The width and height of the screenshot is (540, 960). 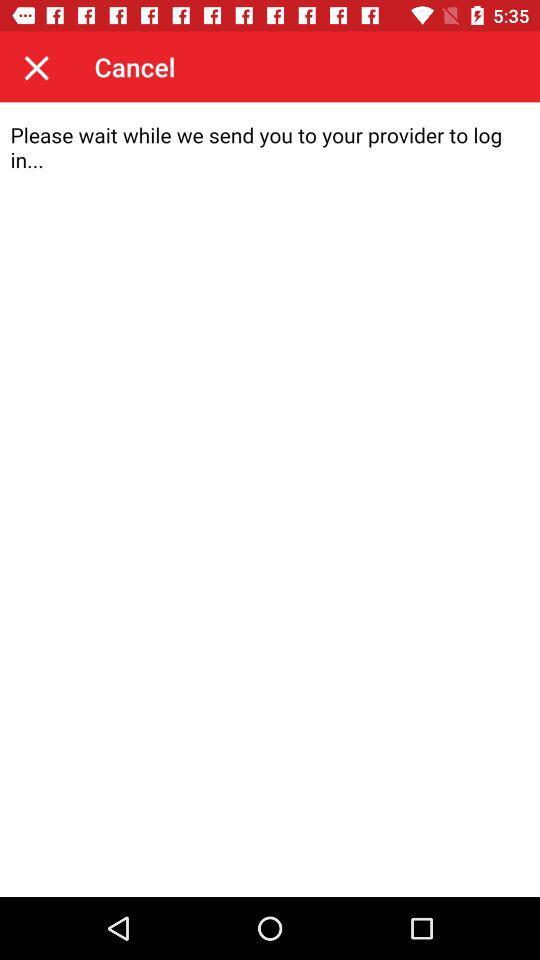 What do you see at coordinates (270, 498) in the screenshot?
I see `screen page` at bounding box center [270, 498].